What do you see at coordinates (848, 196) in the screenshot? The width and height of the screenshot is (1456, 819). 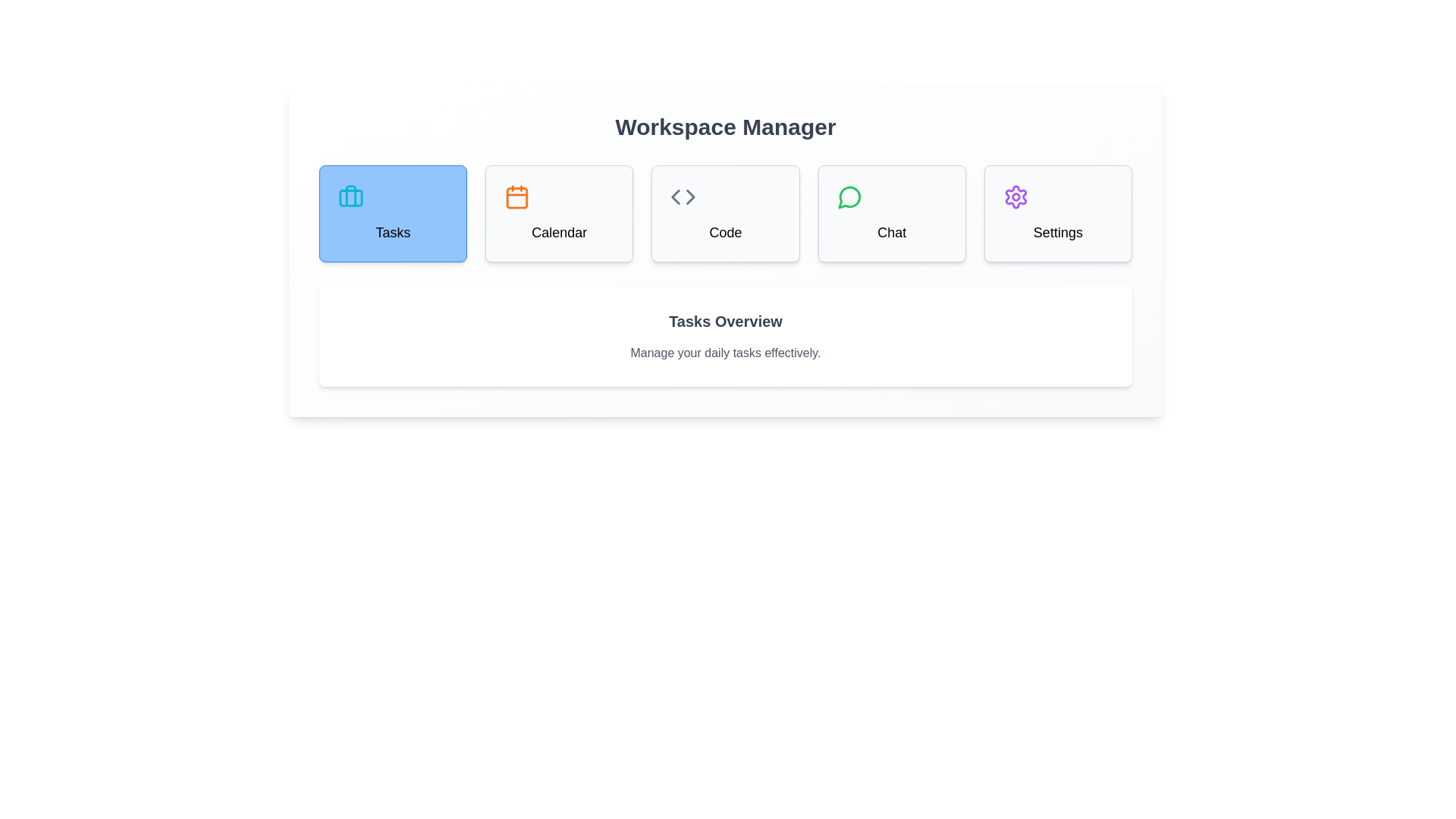 I see `speech bubble tail icon graphic located in the green circular chat icon within the 'Chat' card of the Workspace Manager` at bounding box center [848, 196].